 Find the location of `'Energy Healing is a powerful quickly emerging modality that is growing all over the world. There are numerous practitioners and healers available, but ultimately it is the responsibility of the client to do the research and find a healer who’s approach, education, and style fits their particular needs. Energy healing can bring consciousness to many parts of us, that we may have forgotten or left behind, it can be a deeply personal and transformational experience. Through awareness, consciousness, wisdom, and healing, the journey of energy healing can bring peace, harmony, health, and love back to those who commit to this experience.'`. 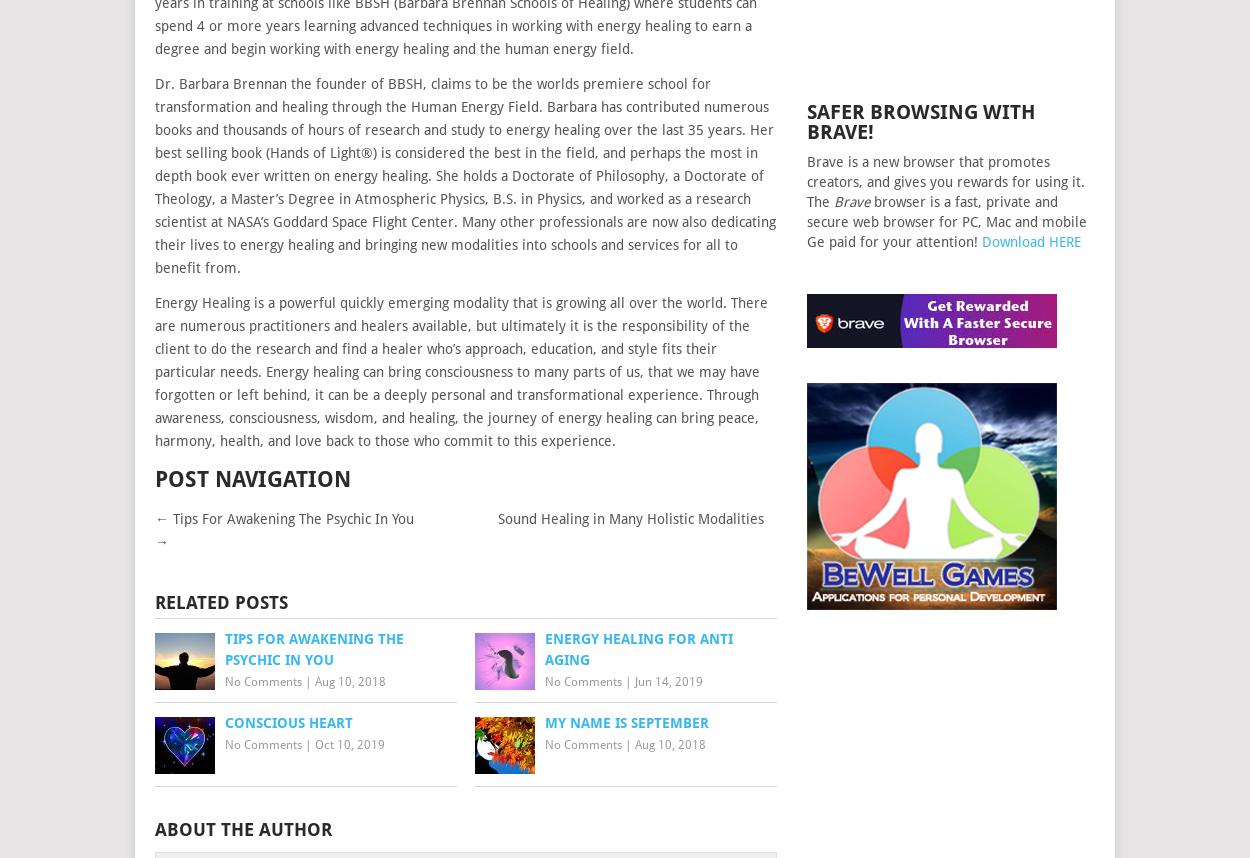

'Energy Healing is a powerful quickly emerging modality that is growing all over the world. There are numerous practitioners and healers available, but ultimately it is the responsibility of the client to do the research and find a healer who’s approach, education, and style fits their particular needs. Energy healing can bring consciousness to many parts of us, that we may have forgotten or left behind, it can be a deeply personal and transformational experience. Through awareness, consciousness, wisdom, and healing, the journey of energy healing can bring peace, harmony, health, and love back to those who commit to this experience.' is located at coordinates (460, 372).